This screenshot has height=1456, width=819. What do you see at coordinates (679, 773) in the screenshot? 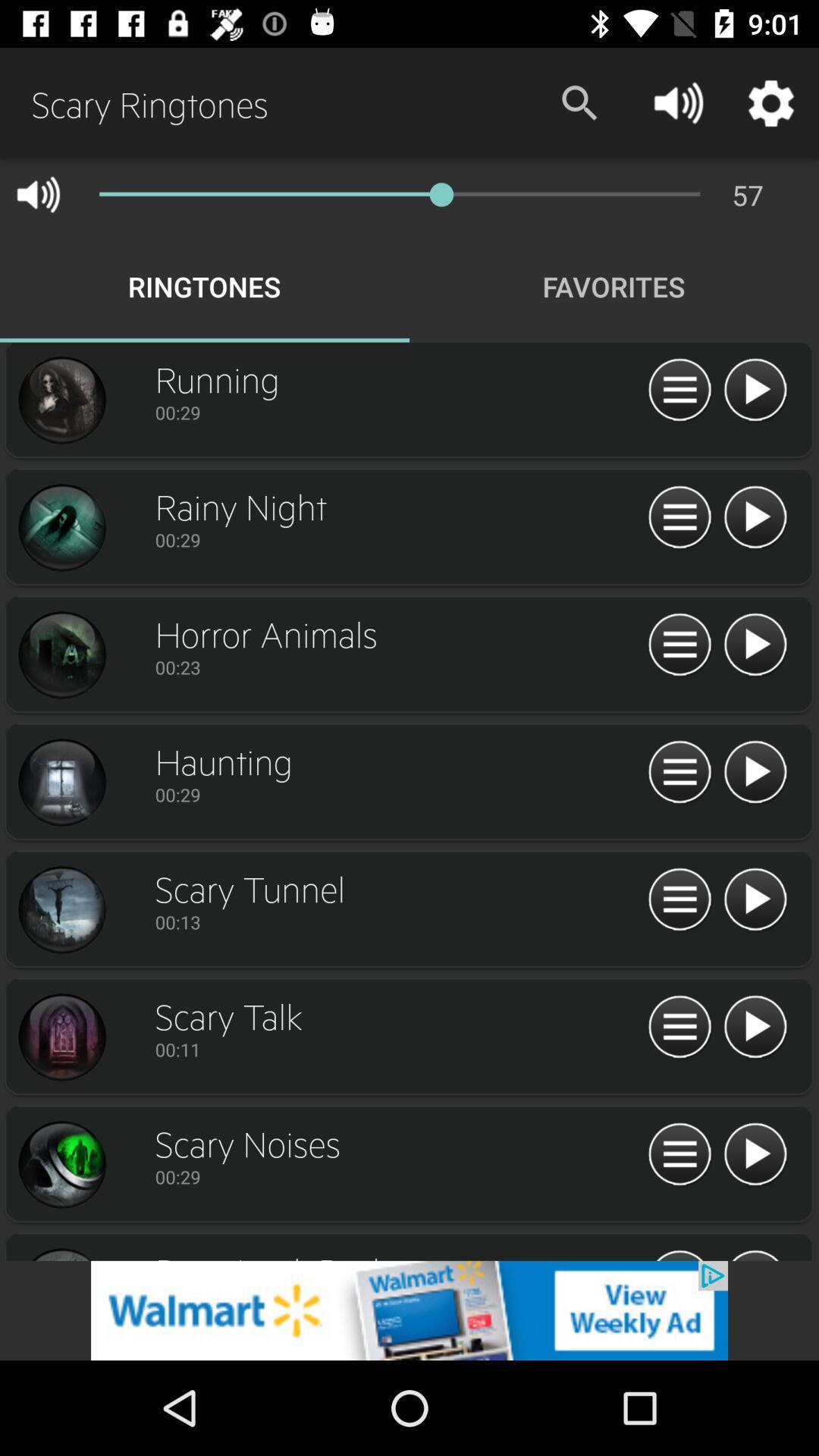
I see `song` at bounding box center [679, 773].